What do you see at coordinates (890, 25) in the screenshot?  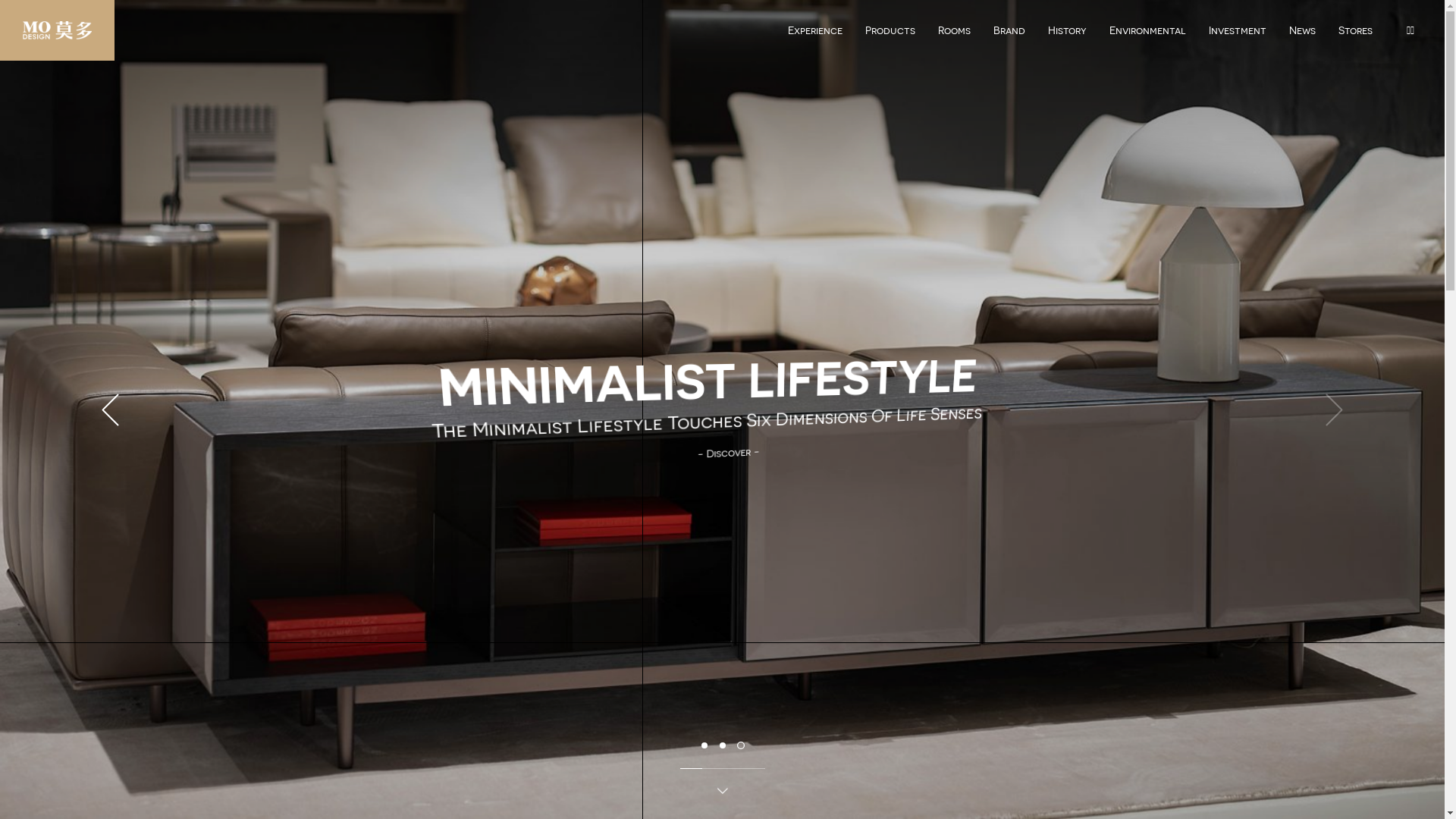 I see `'Products'` at bounding box center [890, 25].